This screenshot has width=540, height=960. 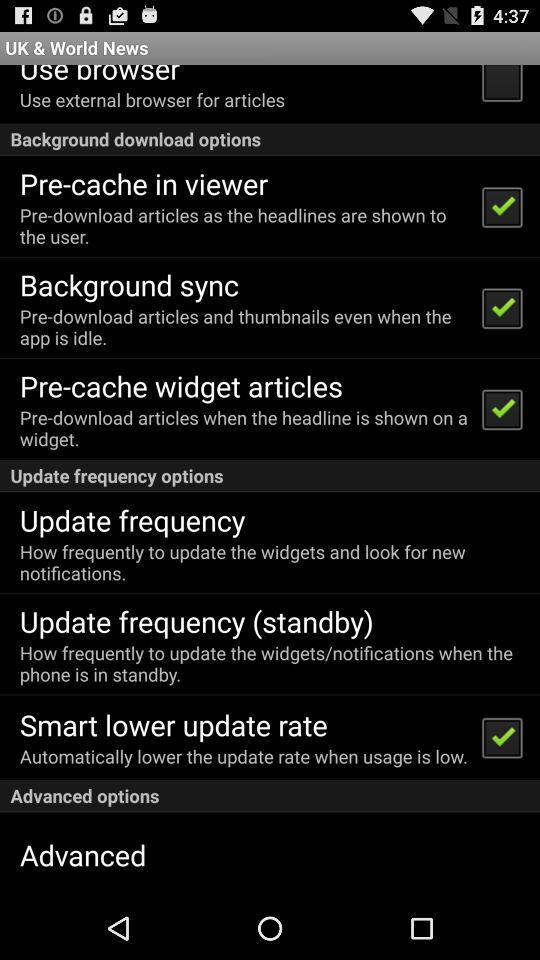 I want to click on advanced options item, so click(x=270, y=796).